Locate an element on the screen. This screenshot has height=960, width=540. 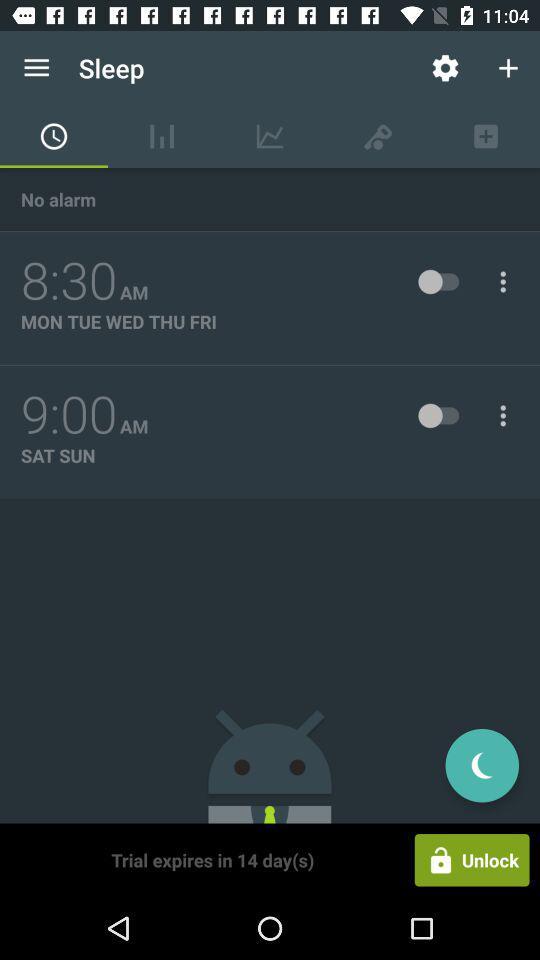
icon below mon tue wed icon is located at coordinates (68, 414).